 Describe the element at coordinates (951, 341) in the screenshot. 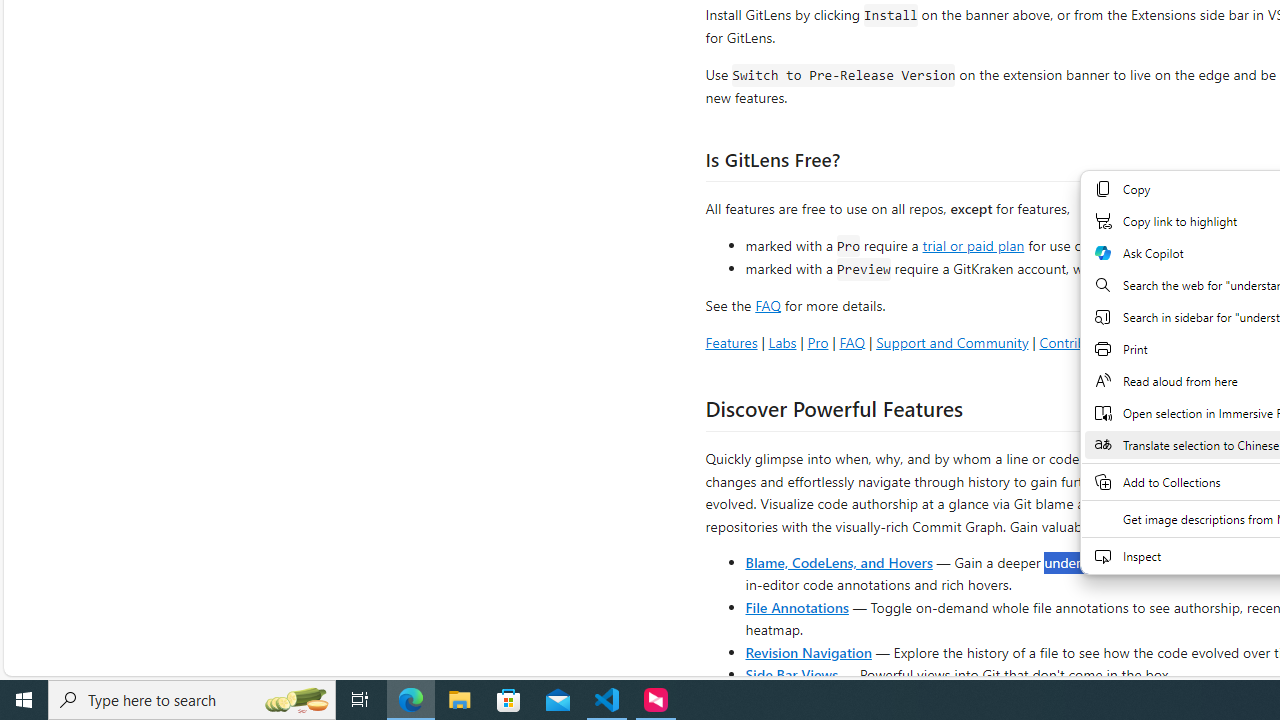

I see `'Support and Community'` at that location.